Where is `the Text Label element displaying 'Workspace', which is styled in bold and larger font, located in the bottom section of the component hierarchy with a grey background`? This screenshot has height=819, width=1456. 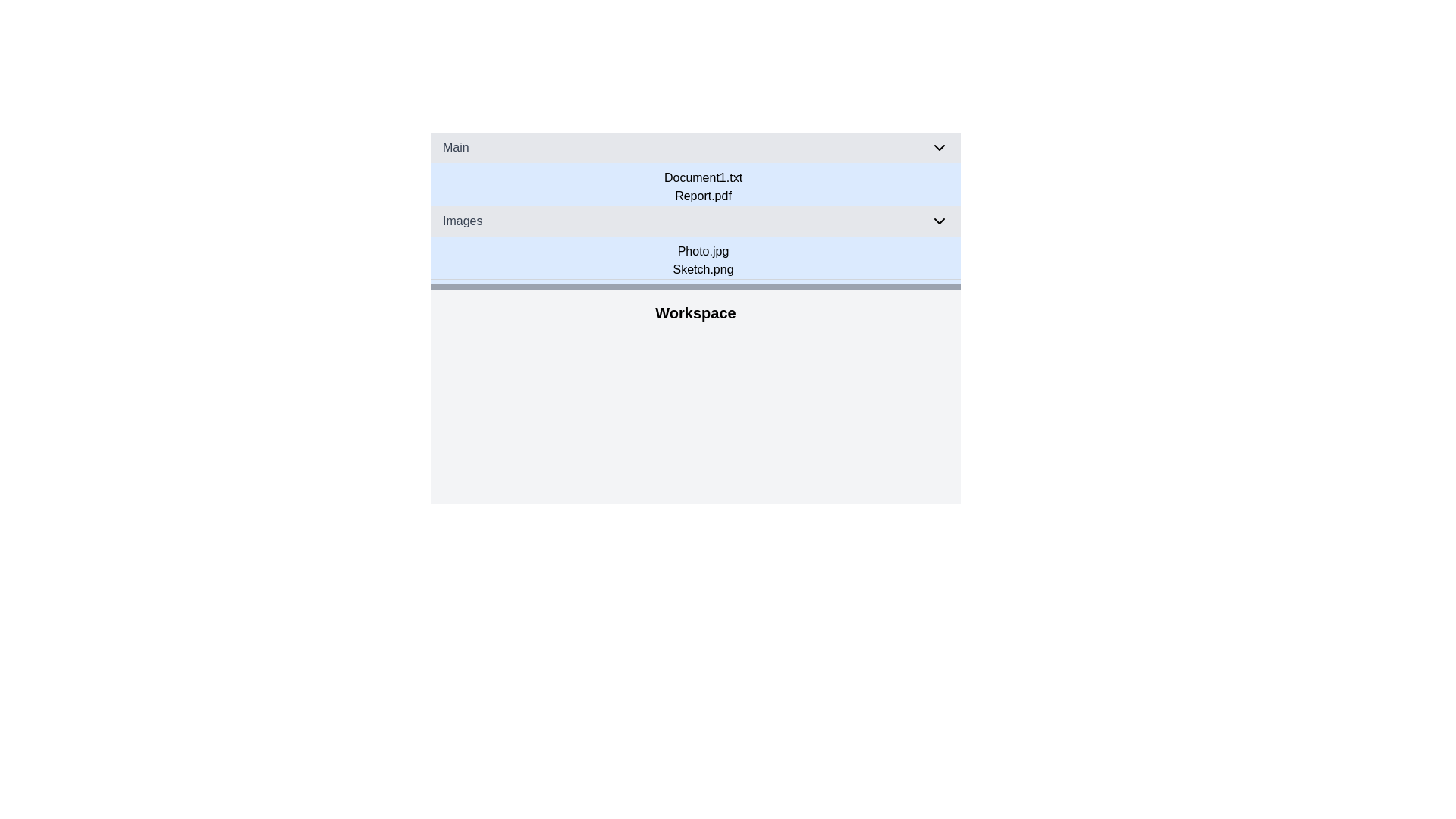
the Text Label element displaying 'Workspace', which is styled in bold and larger font, located in the bottom section of the component hierarchy with a grey background is located at coordinates (695, 309).